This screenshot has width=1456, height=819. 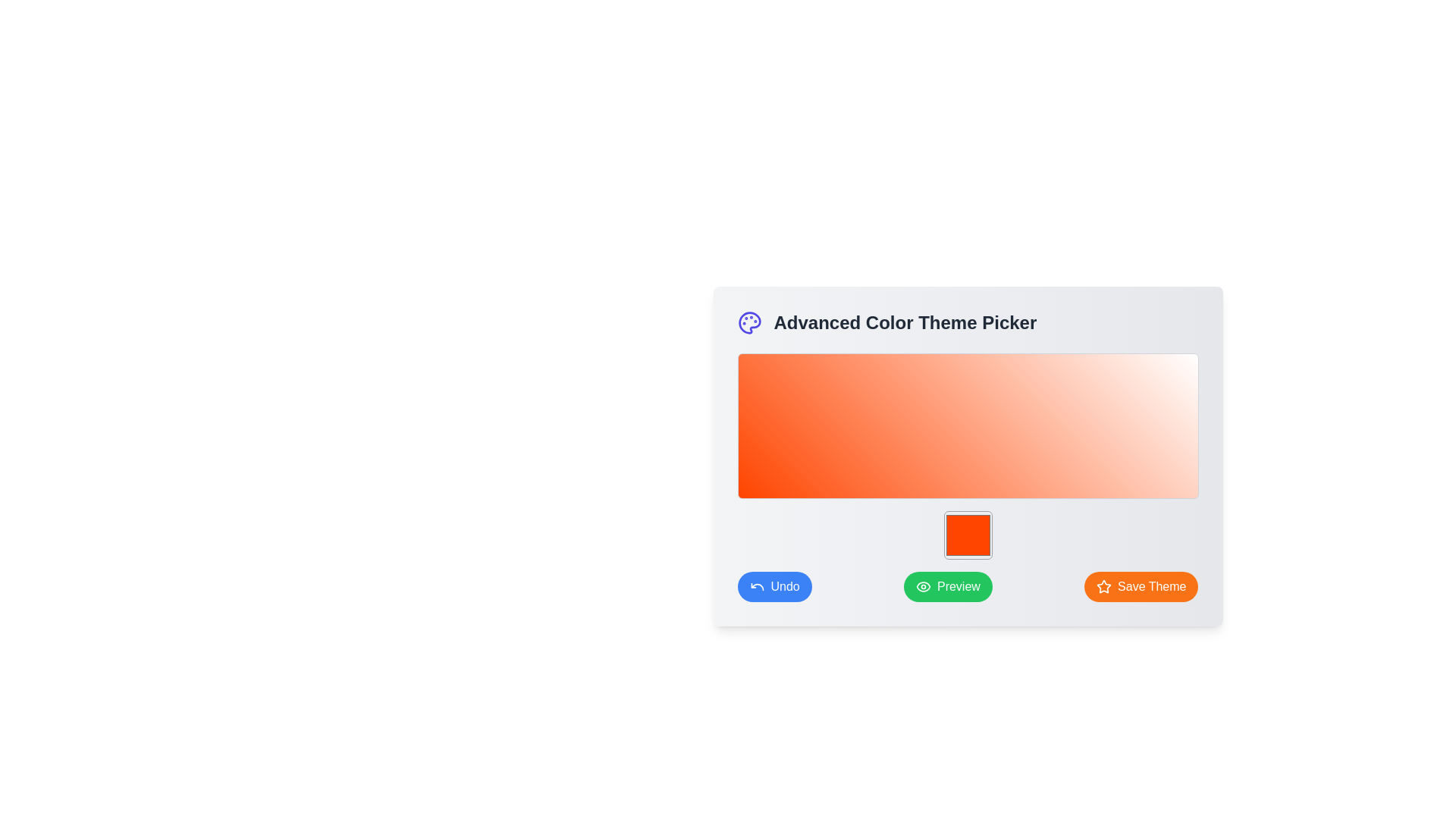 What do you see at coordinates (967, 586) in the screenshot?
I see `the theme preview button, located between the blue 'Undo' button and the orange 'Save Theme' button` at bounding box center [967, 586].